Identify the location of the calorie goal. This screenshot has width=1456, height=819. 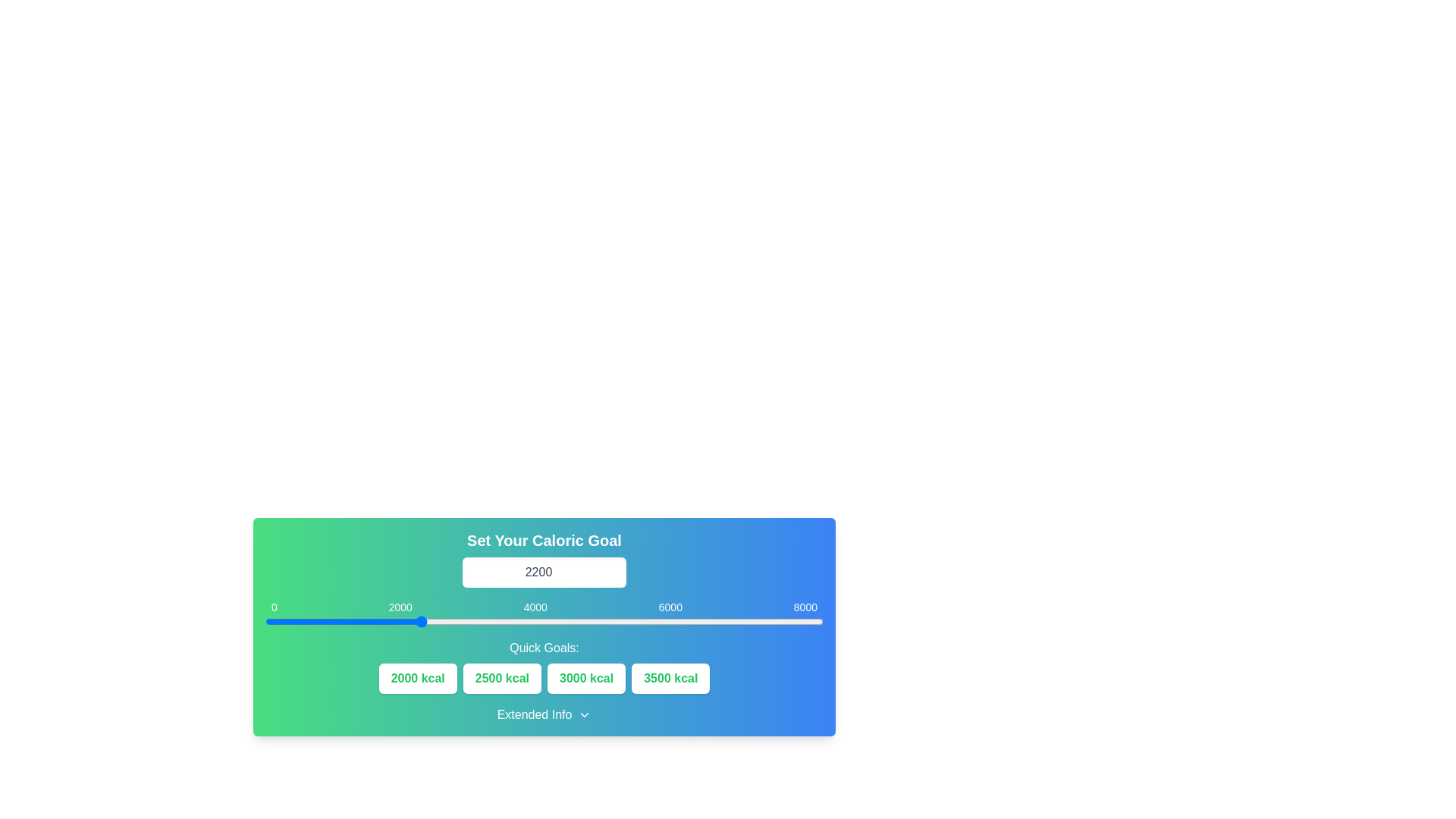
(635, 622).